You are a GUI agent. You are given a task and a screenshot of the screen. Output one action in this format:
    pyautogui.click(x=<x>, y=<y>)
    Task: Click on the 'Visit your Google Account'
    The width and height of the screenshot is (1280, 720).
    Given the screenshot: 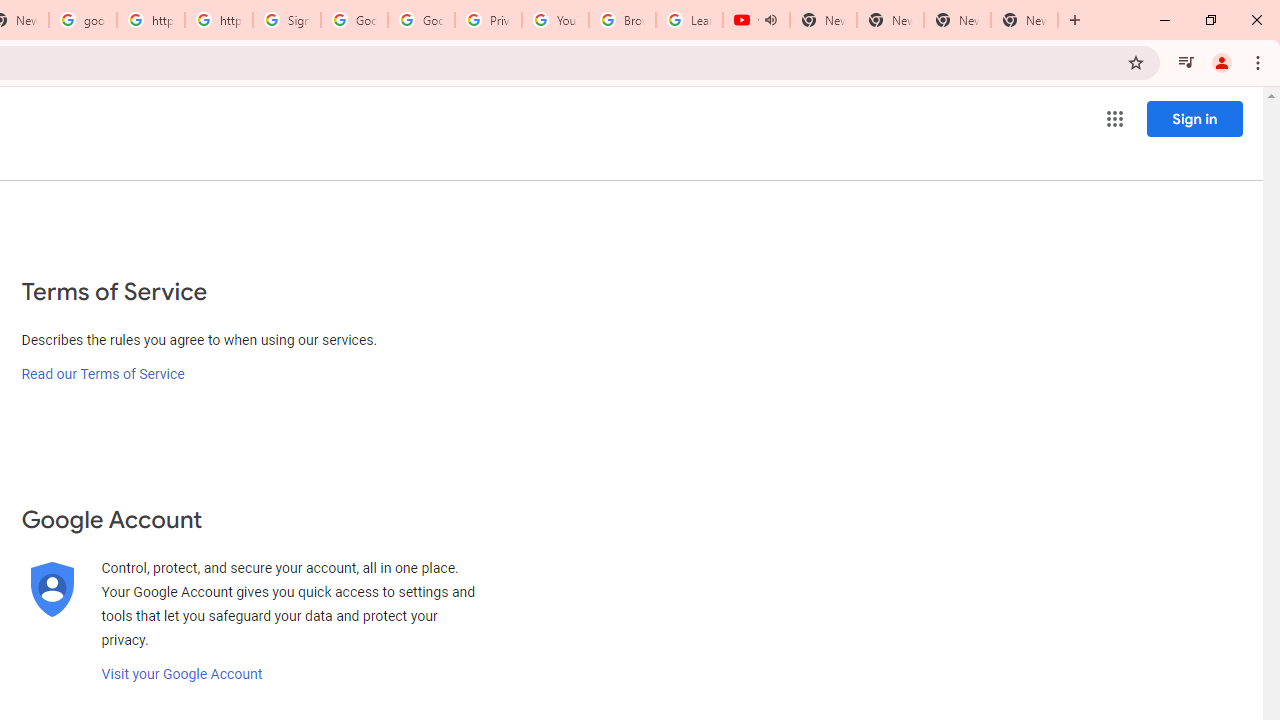 What is the action you would take?
    pyautogui.click(x=181, y=674)
    